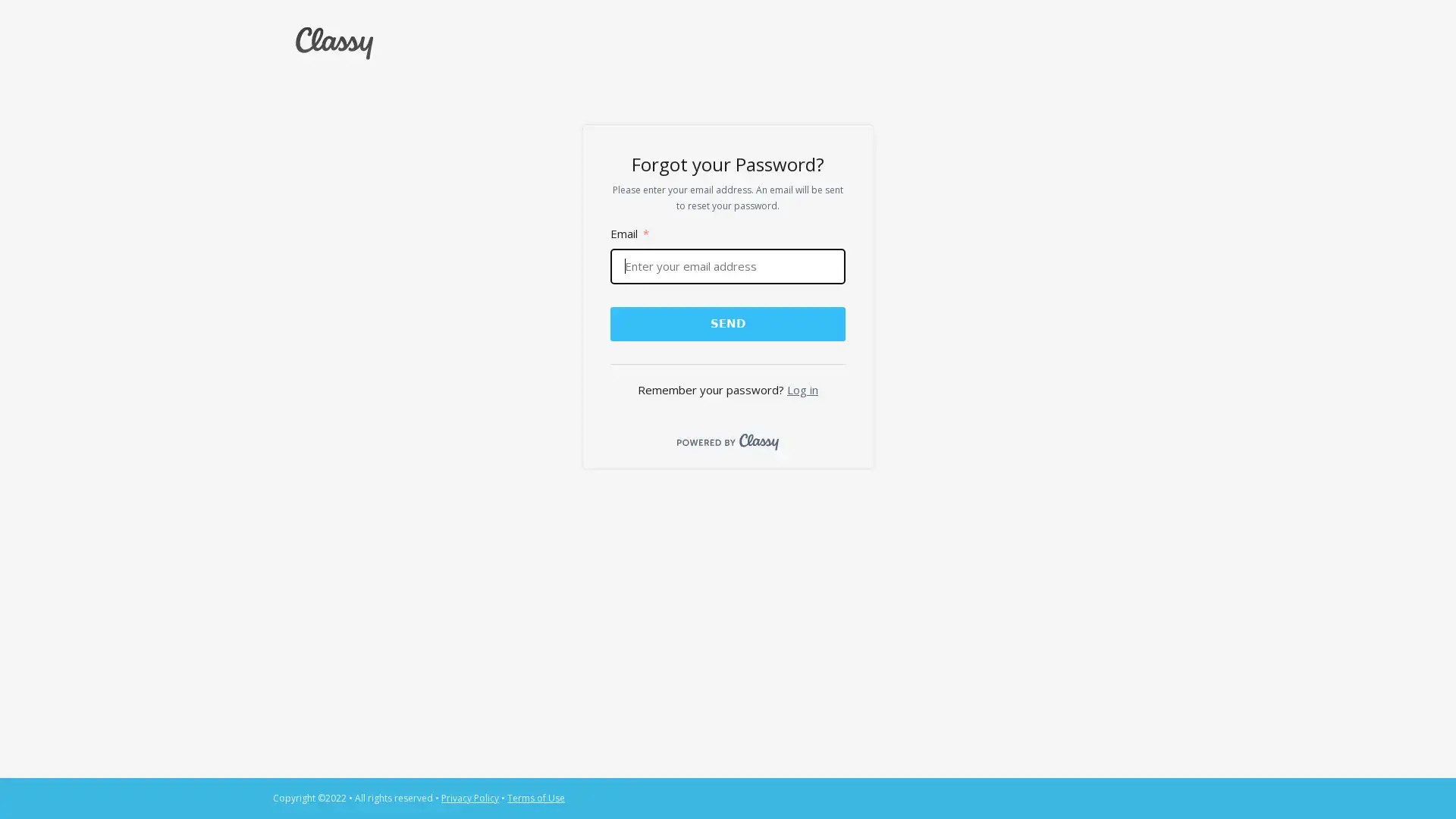  I want to click on SEND, so click(726, 322).